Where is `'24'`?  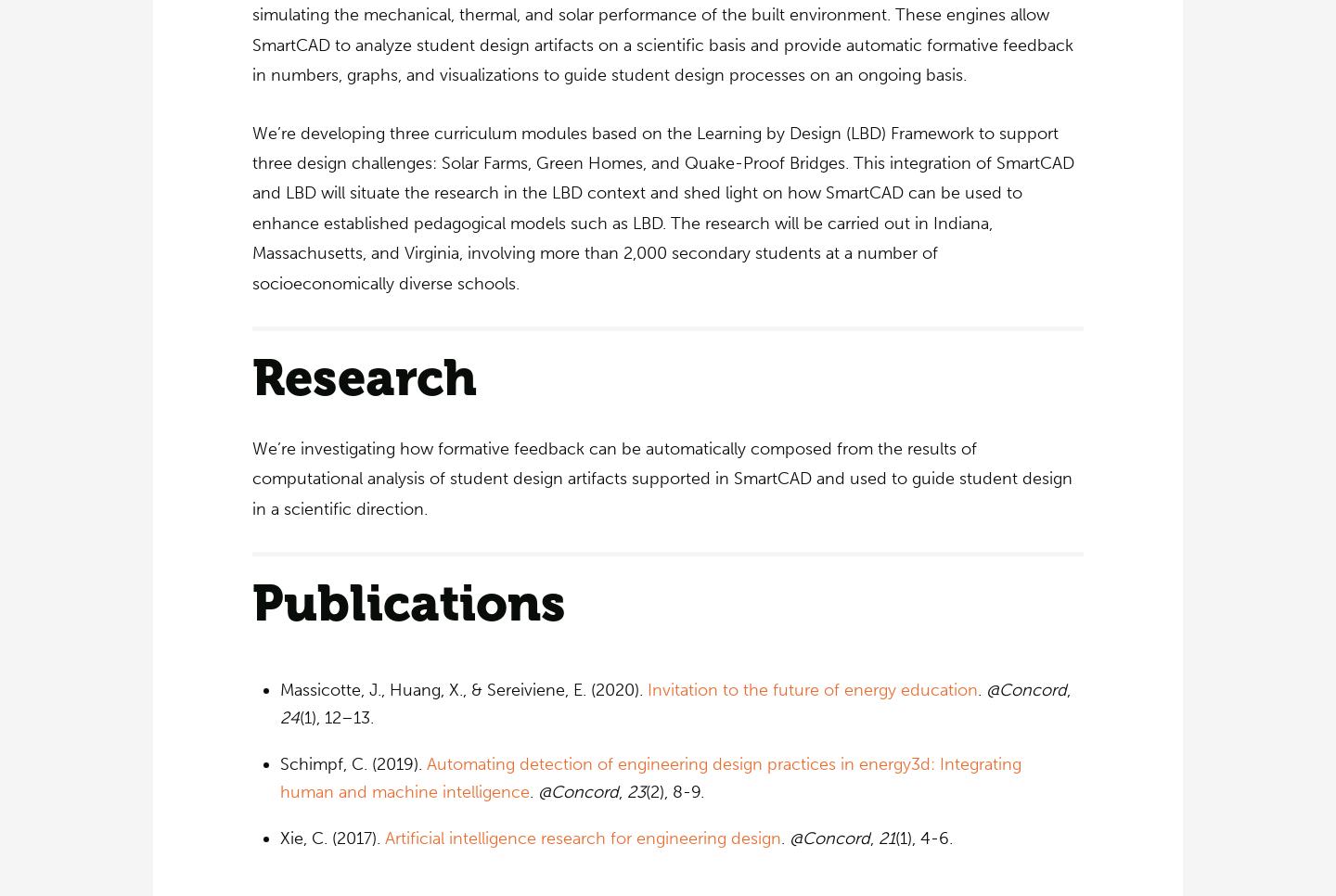 '24' is located at coordinates (289, 716).